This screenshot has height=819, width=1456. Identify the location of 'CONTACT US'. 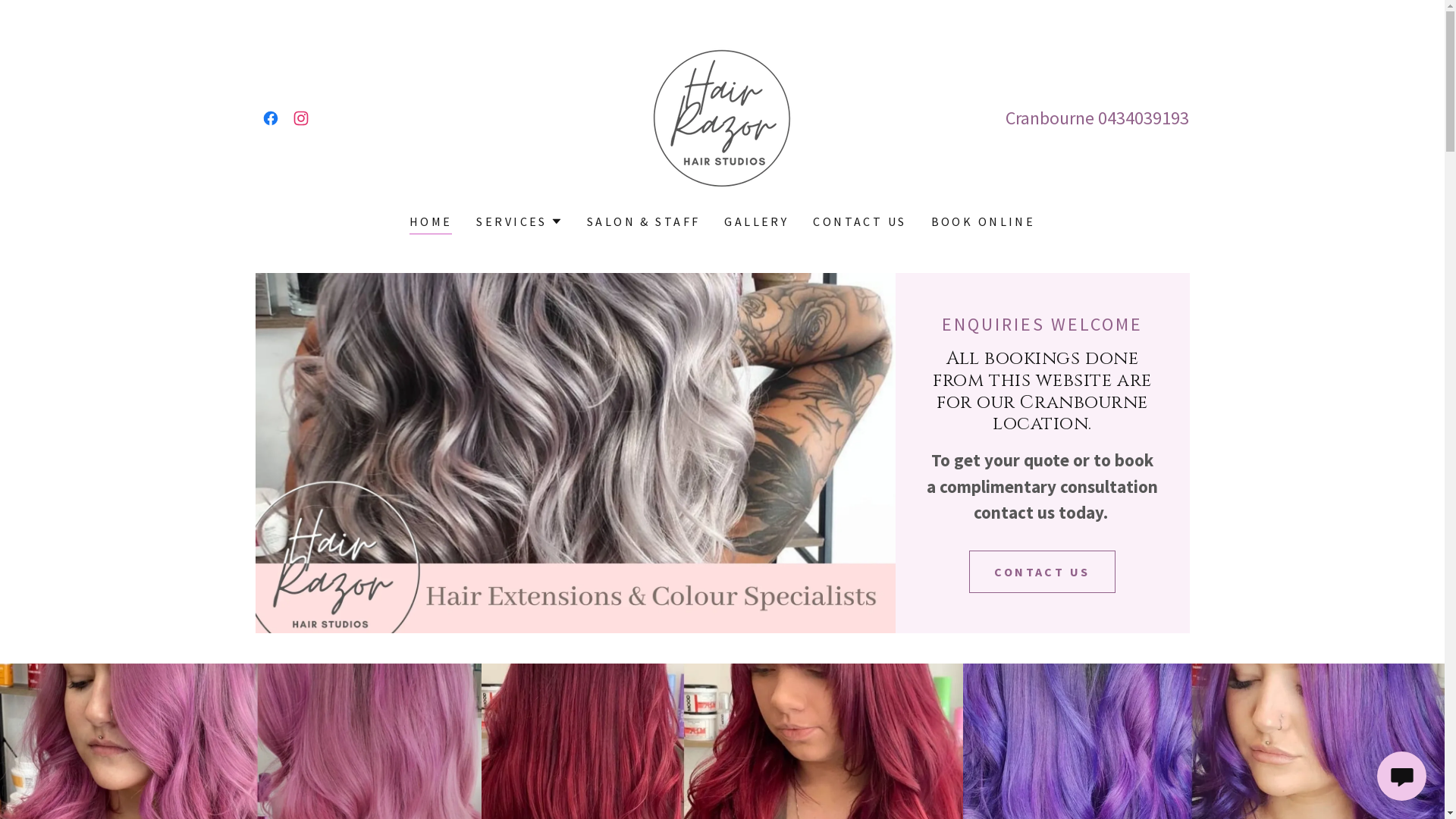
(968, 571).